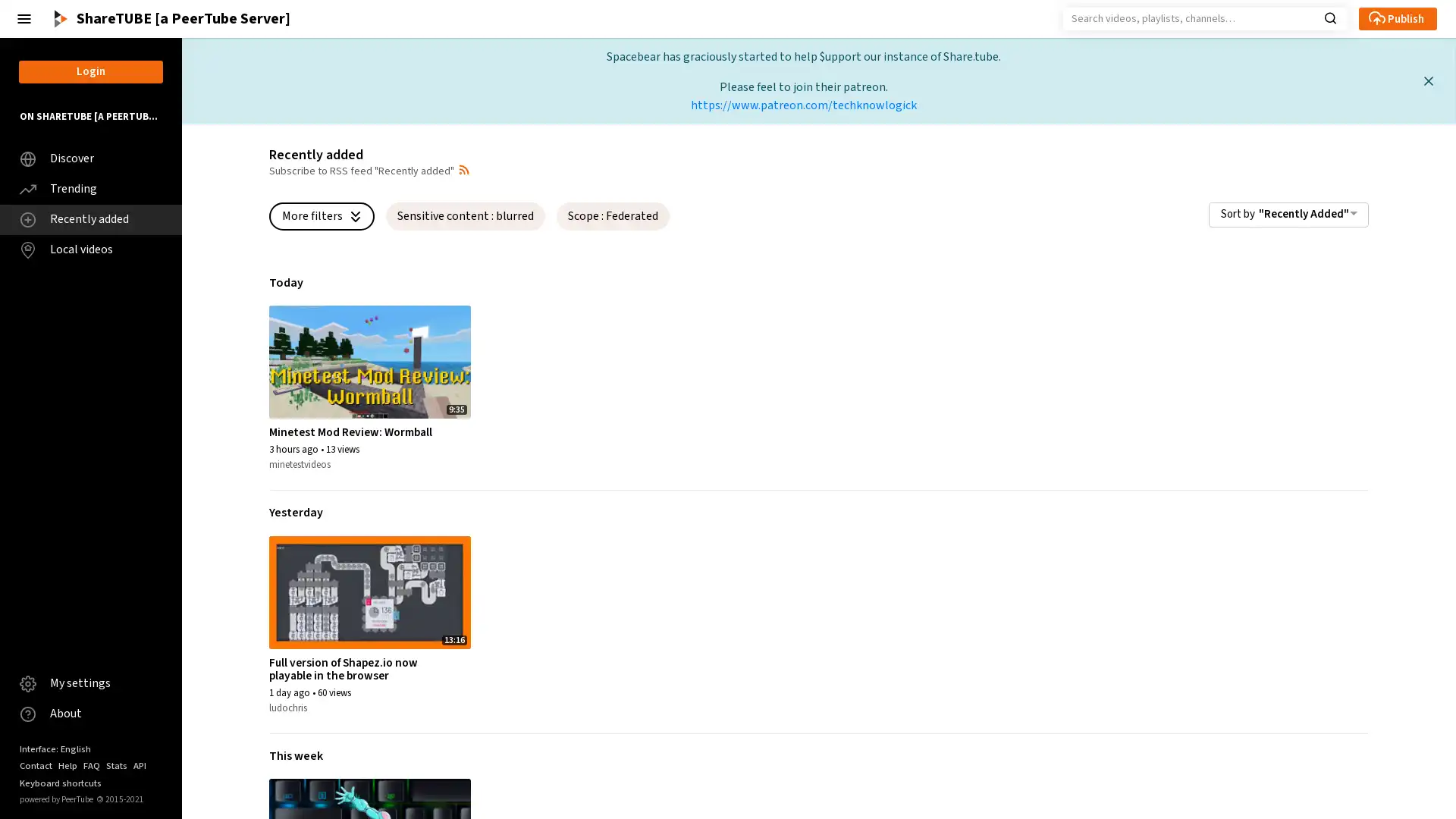  What do you see at coordinates (24, 18) in the screenshot?
I see `Close the left menu` at bounding box center [24, 18].